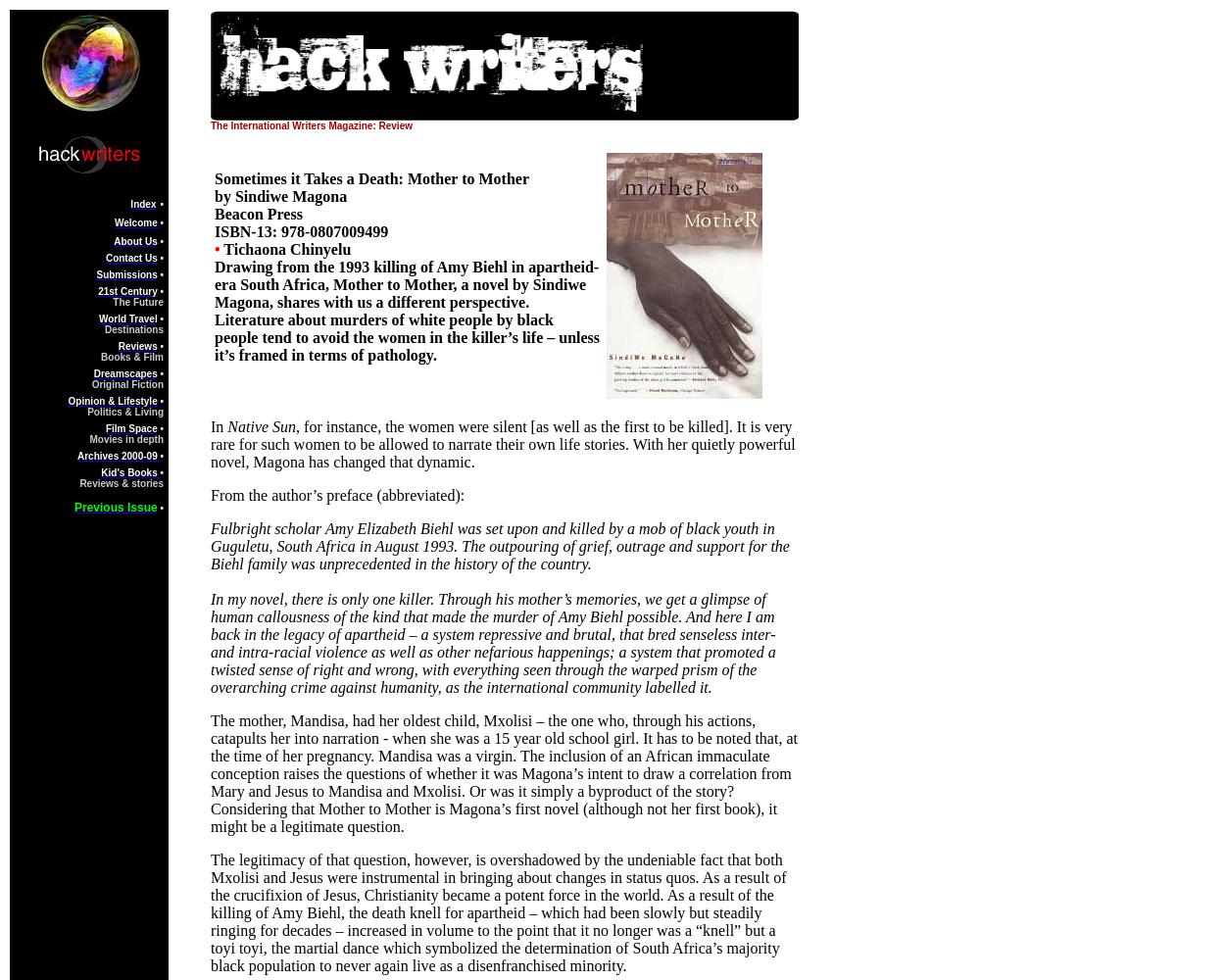  Describe the element at coordinates (130, 428) in the screenshot. I see `'Film 
            Space'` at that location.